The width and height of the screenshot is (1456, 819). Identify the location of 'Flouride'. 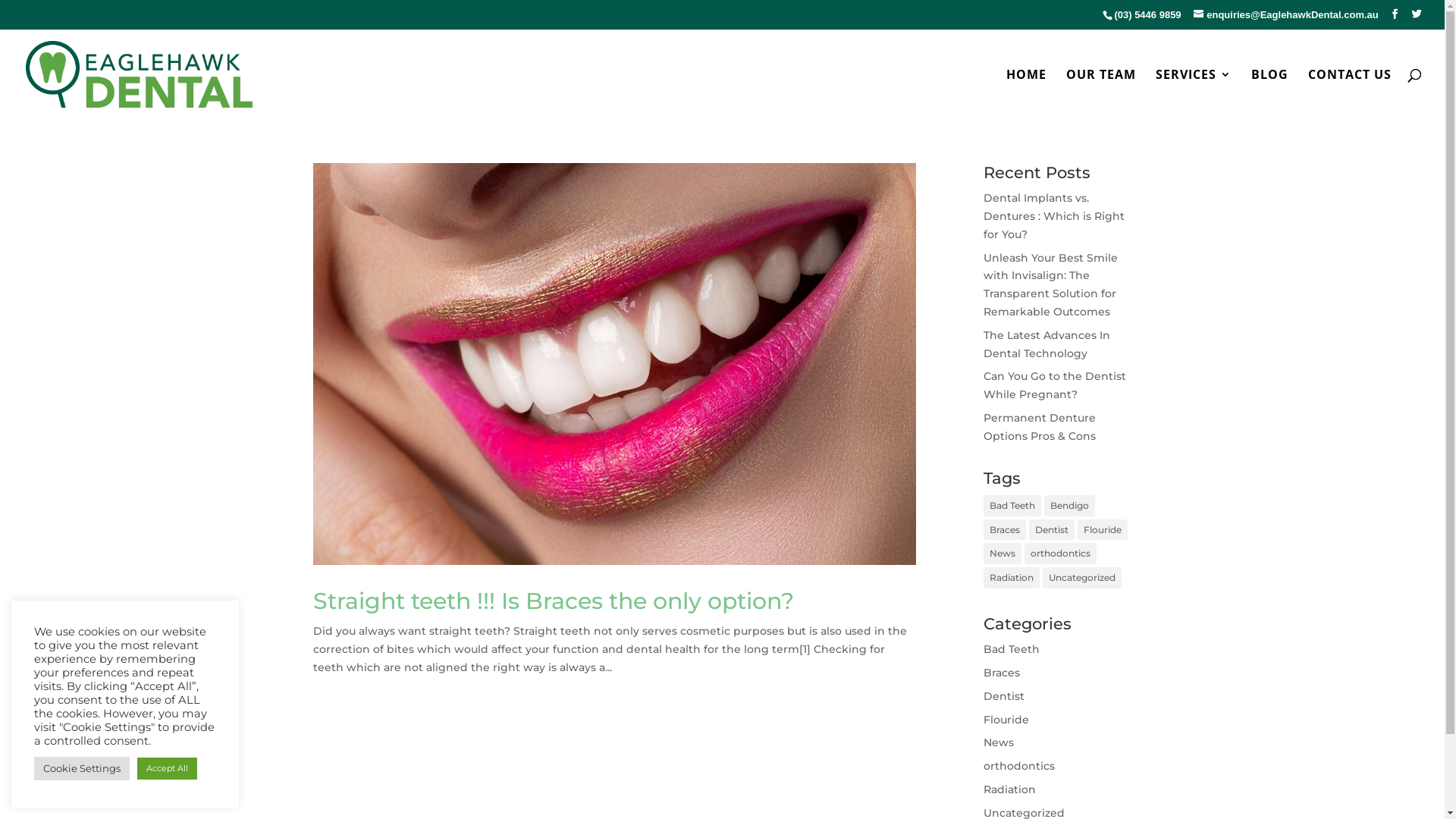
(1006, 718).